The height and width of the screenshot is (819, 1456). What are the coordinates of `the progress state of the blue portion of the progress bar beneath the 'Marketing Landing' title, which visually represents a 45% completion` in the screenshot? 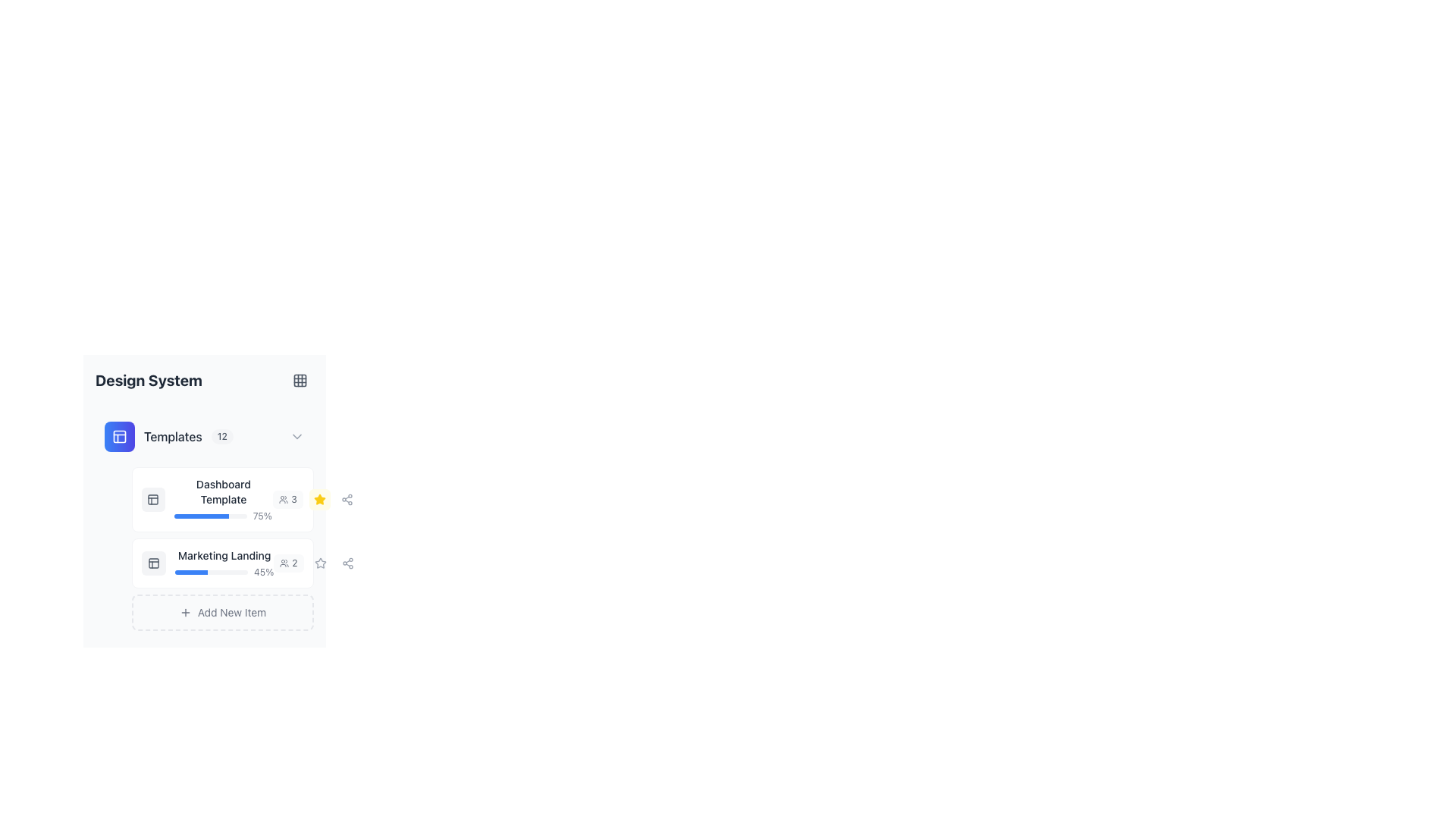 It's located at (190, 573).